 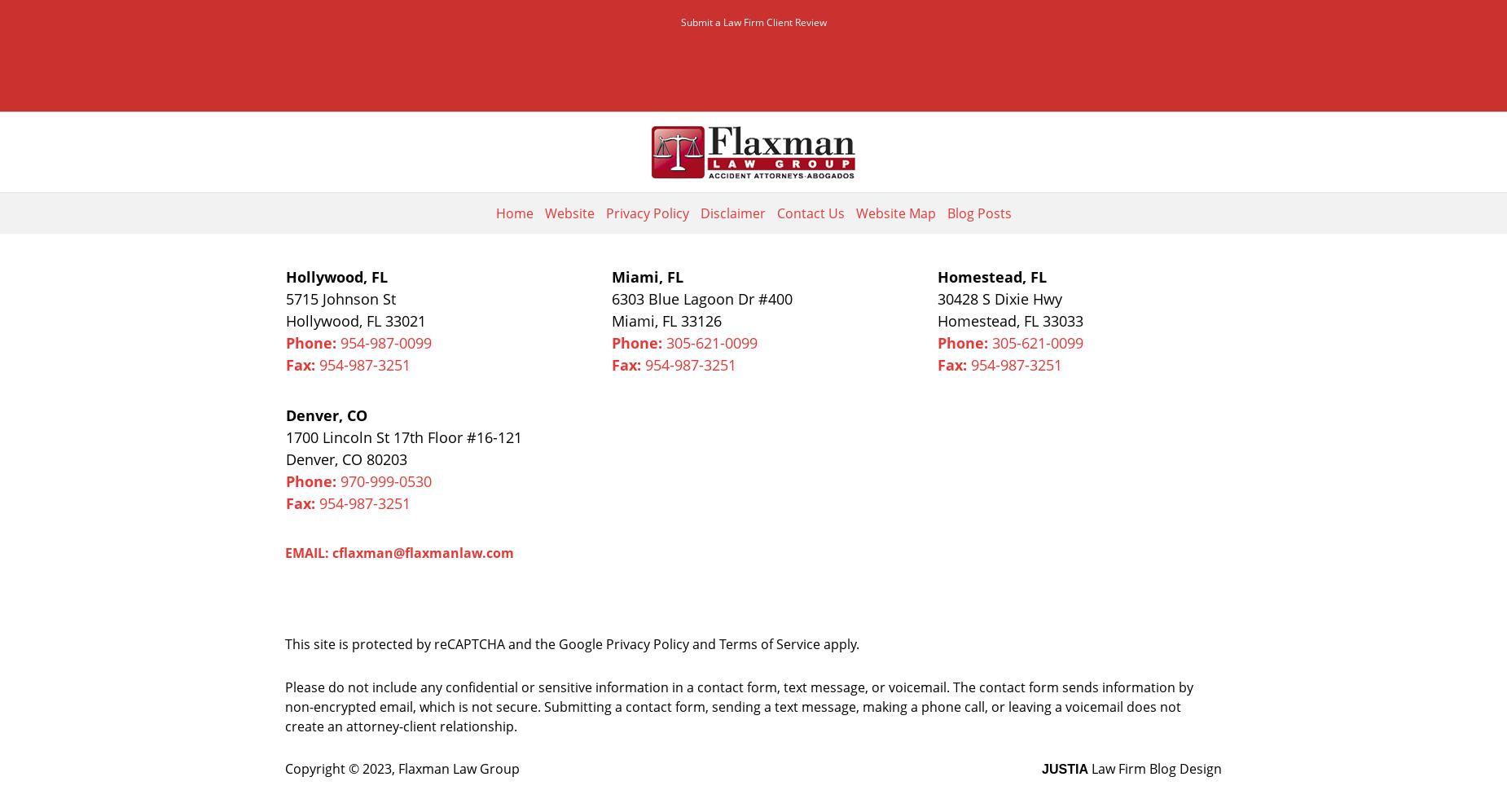 I want to click on '1700 Lincoln St 17th Floor #16-121', so click(x=284, y=436).